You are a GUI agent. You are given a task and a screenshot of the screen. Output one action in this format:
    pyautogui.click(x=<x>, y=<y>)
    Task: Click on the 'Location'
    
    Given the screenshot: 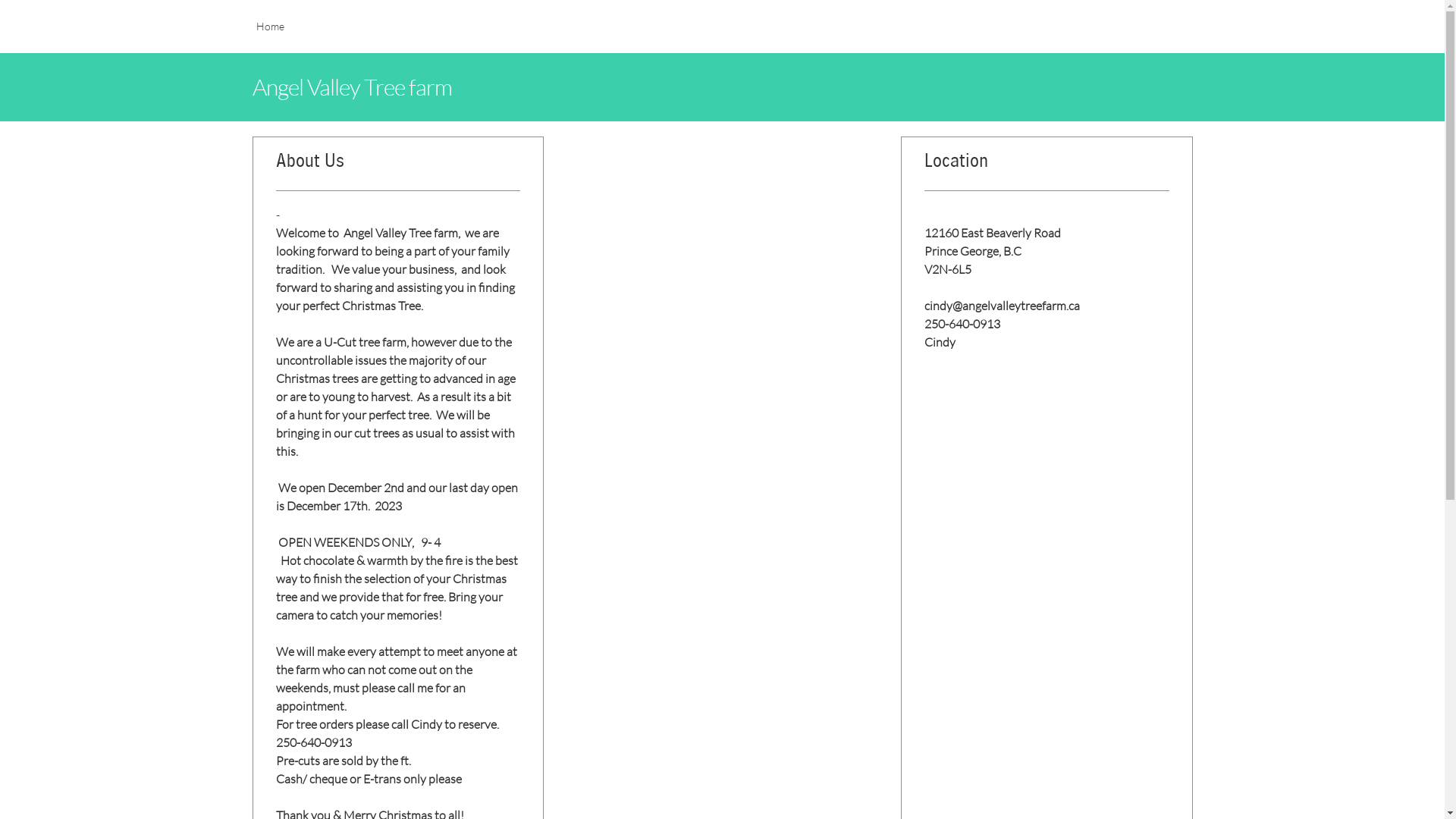 What is the action you would take?
    pyautogui.click(x=1046, y=167)
    